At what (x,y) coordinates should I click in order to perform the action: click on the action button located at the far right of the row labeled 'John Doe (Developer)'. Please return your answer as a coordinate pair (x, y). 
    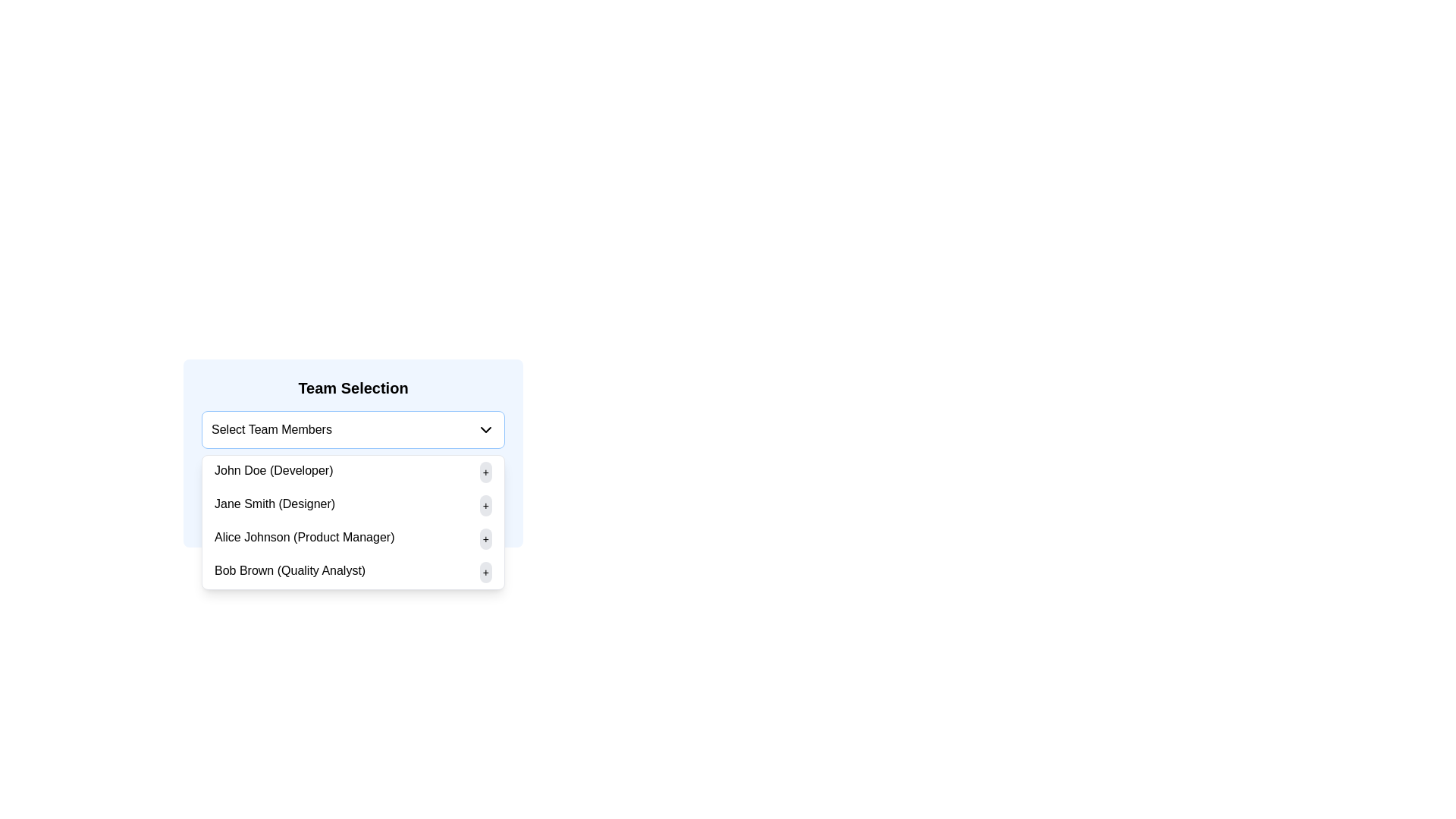
    Looking at the image, I should click on (485, 472).